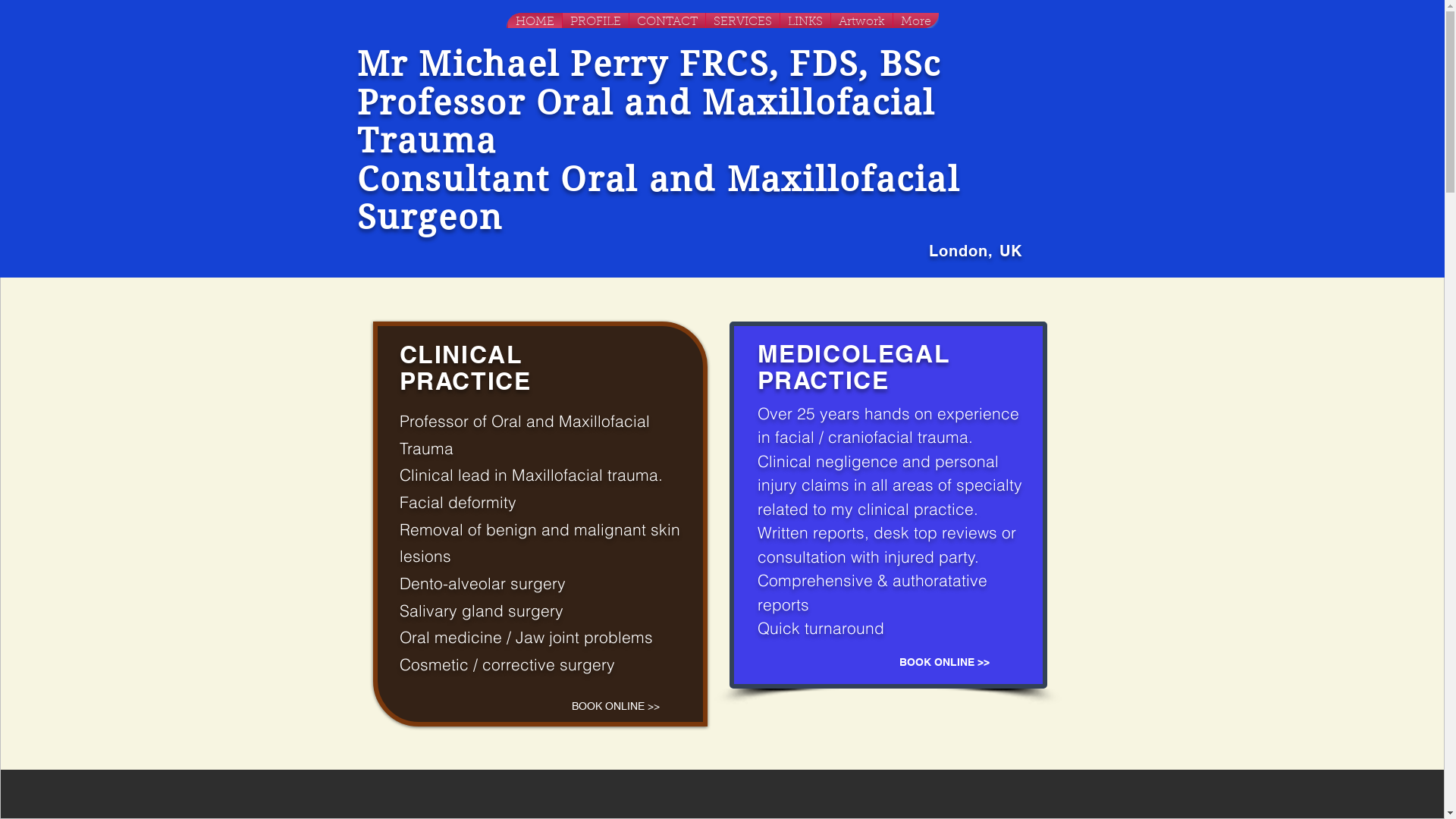 This screenshot has height=819, width=1456. Describe the element at coordinates (535, 20) in the screenshot. I see `'HOME'` at that location.